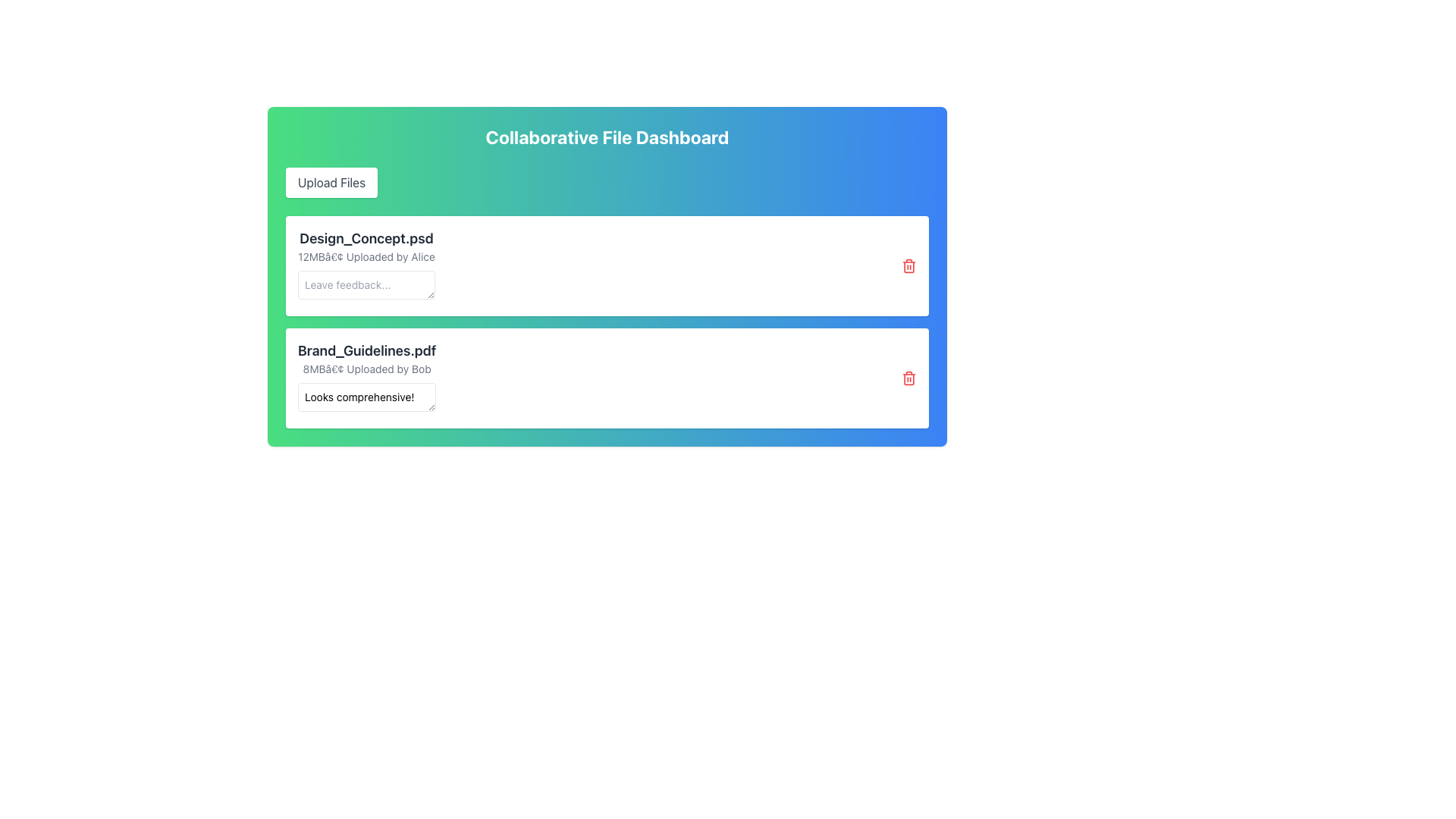  Describe the element at coordinates (607, 377) in the screenshot. I see `the second file entry panel in the collaborative dashboard` at that location.